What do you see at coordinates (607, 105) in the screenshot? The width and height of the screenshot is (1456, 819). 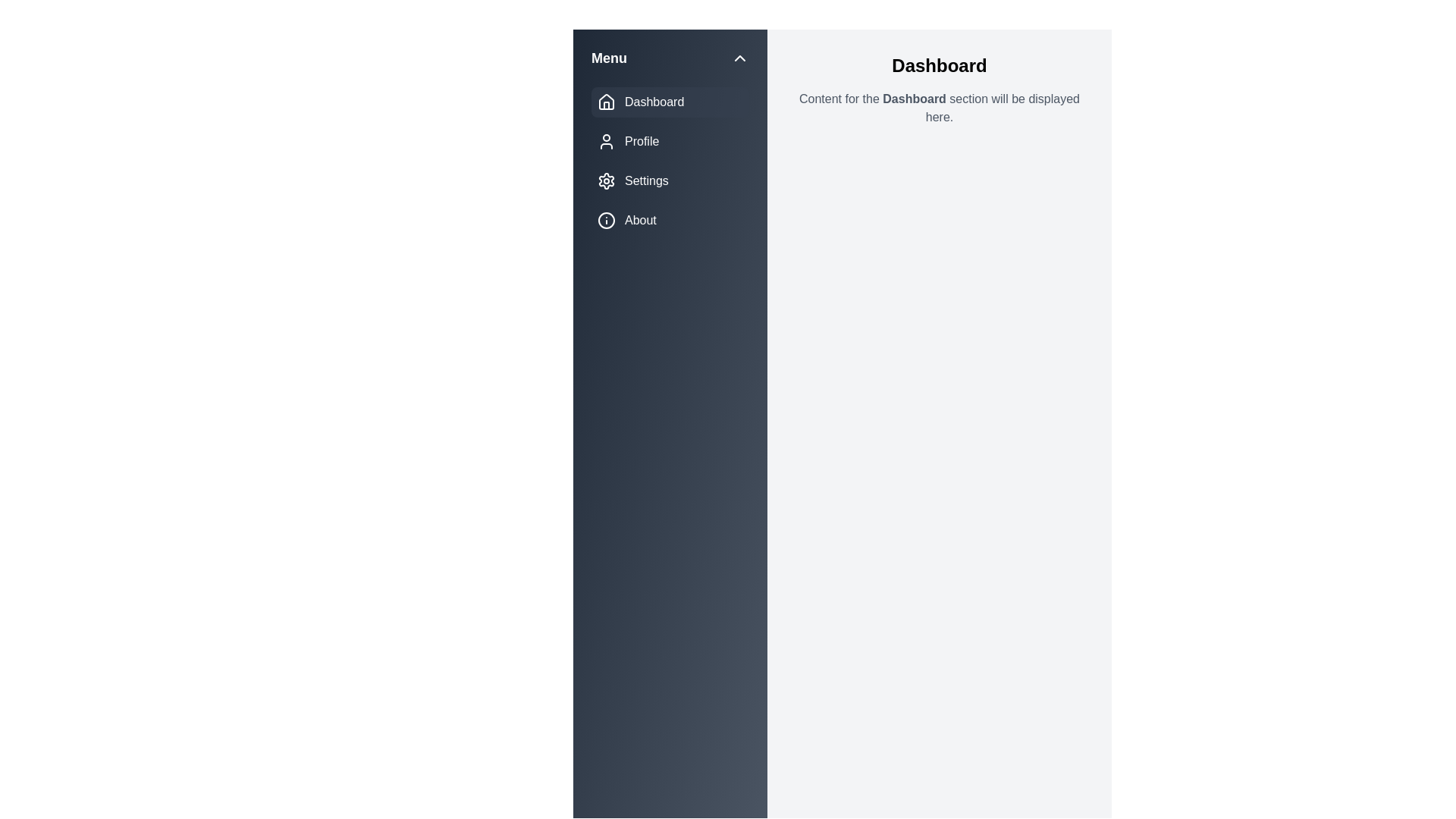 I see `the decorative graphic element that represents the door of the house icon in the navigation menu, located to the left of the 'Dashboard' text` at bounding box center [607, 105].